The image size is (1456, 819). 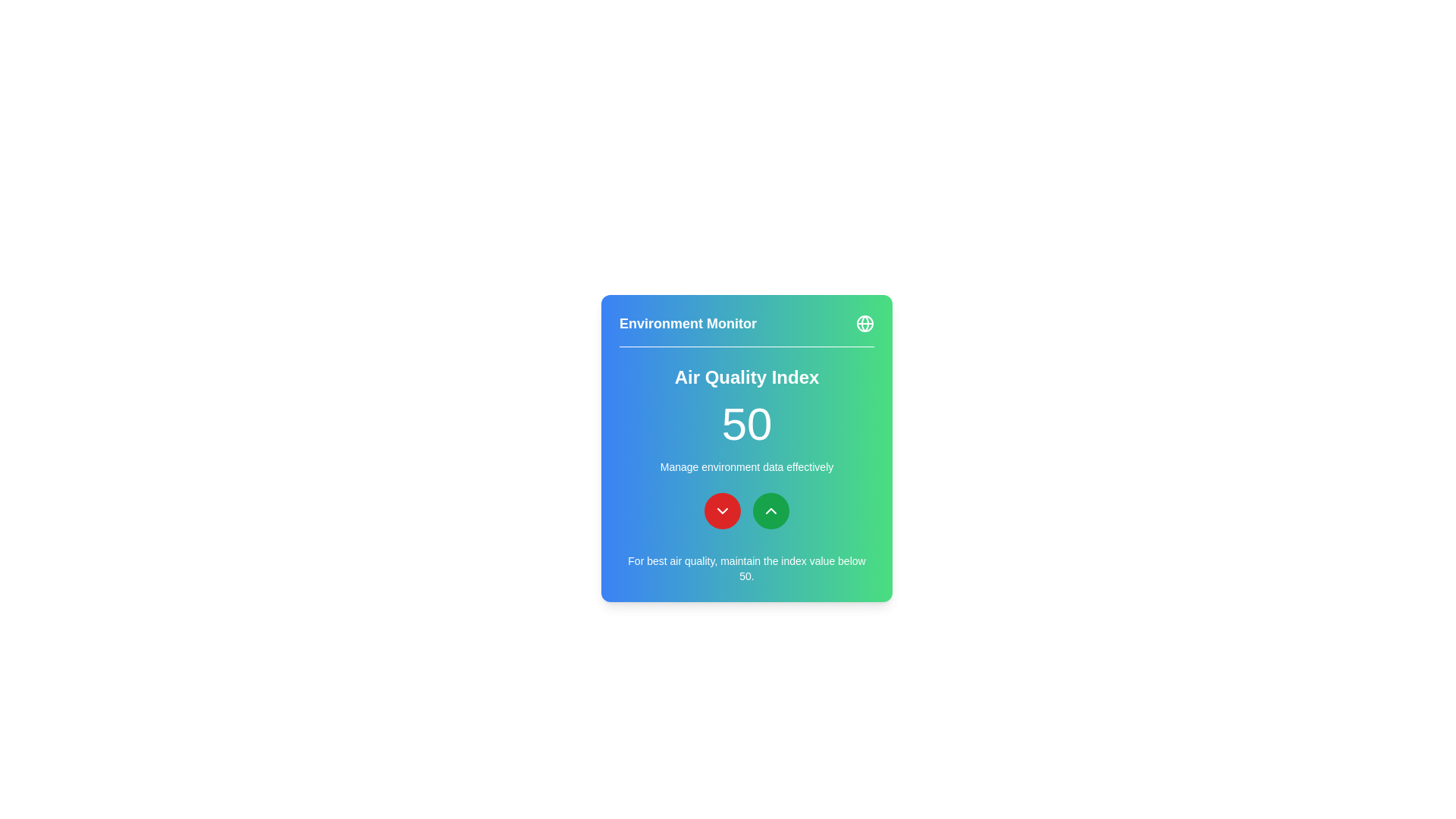 What do you see at coordinates (746, 420) in the screenshot?
I see `the Information Display Block that shows the current Air Quality Index value, positioned centrally below the 'Environment Monitor' section` at bounding box center [746, 420].